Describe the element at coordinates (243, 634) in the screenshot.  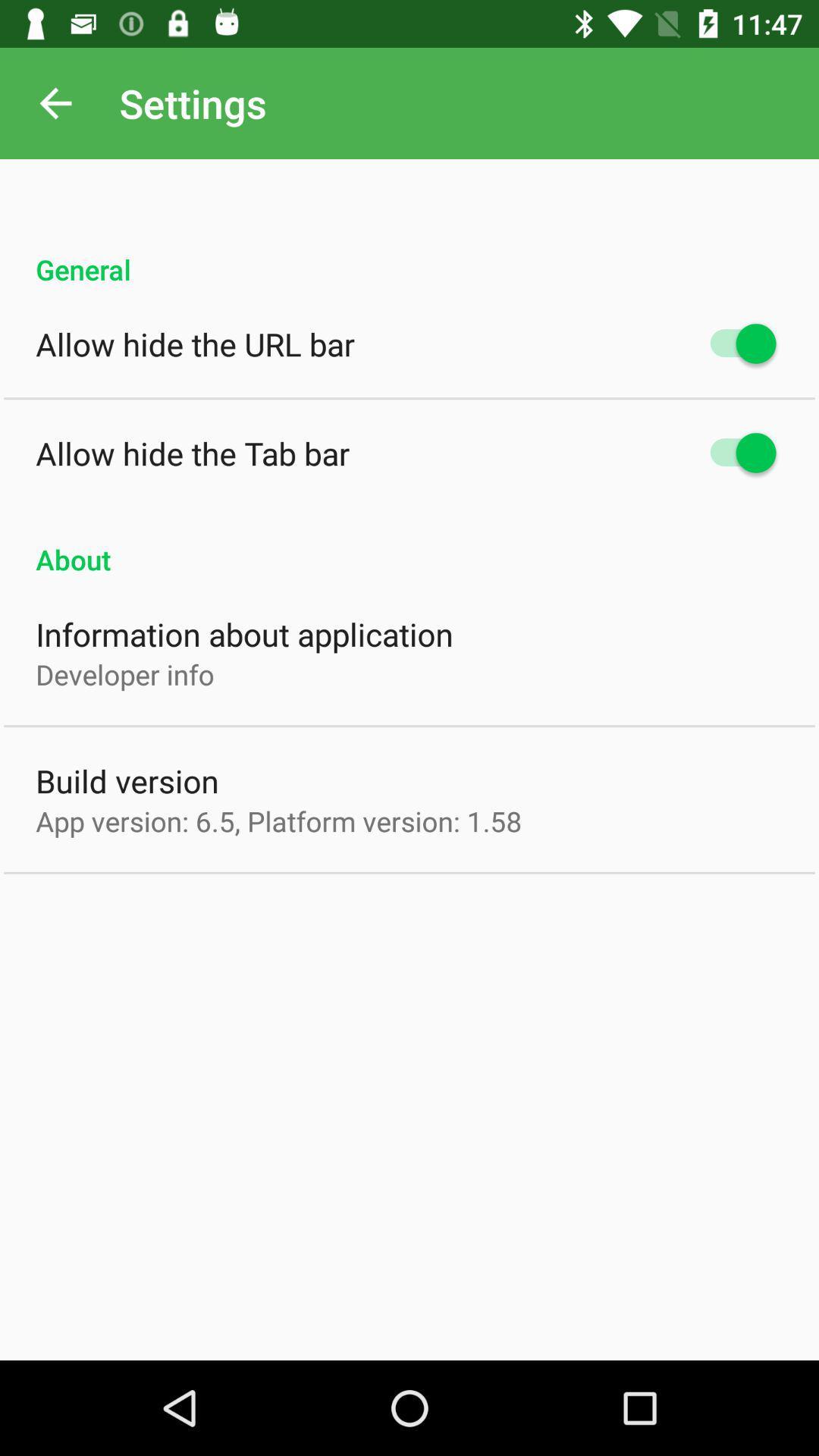
I see `icon above developer info icon` at that location.